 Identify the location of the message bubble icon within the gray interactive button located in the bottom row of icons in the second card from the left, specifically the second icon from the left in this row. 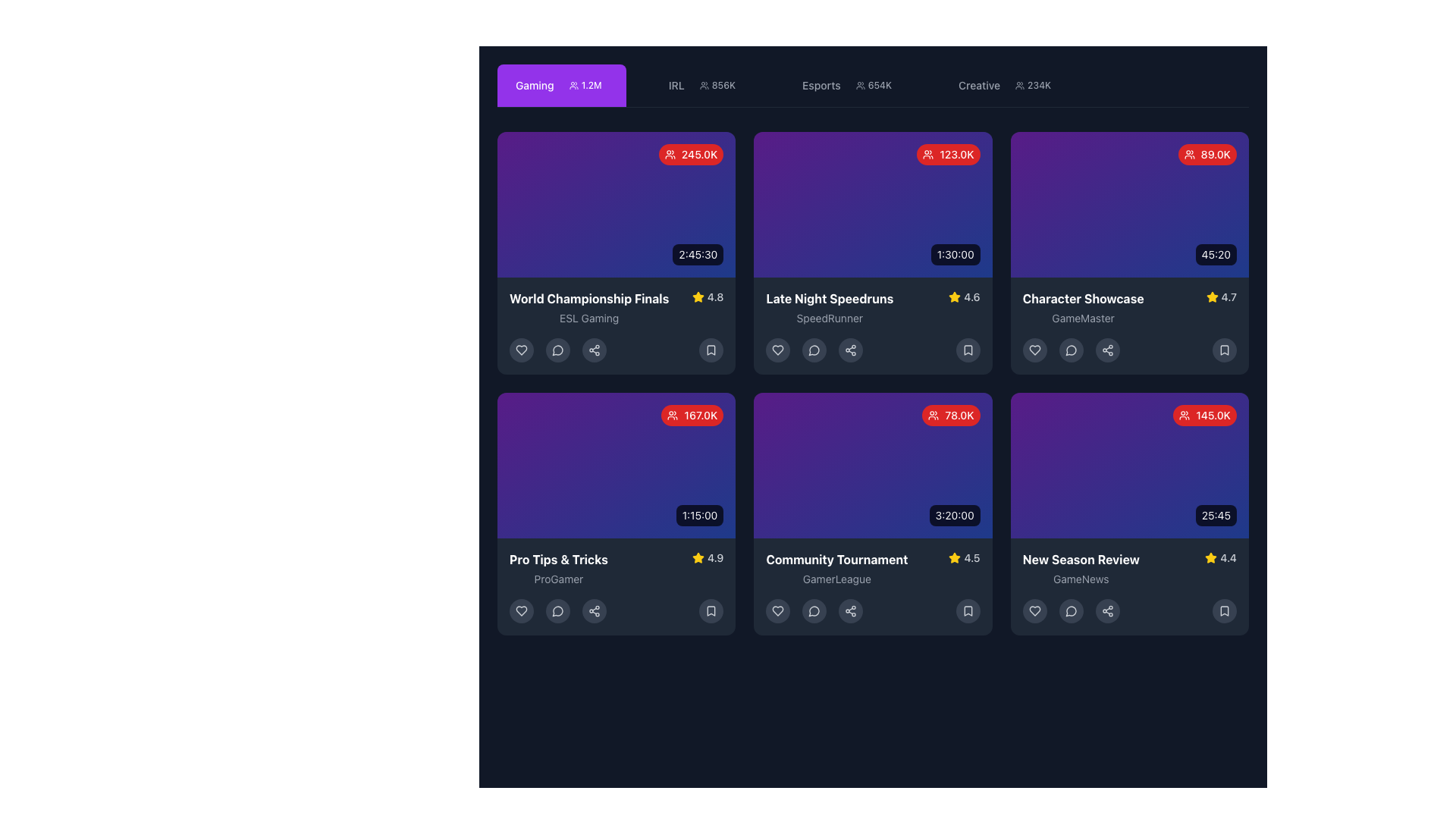
(557, 350).